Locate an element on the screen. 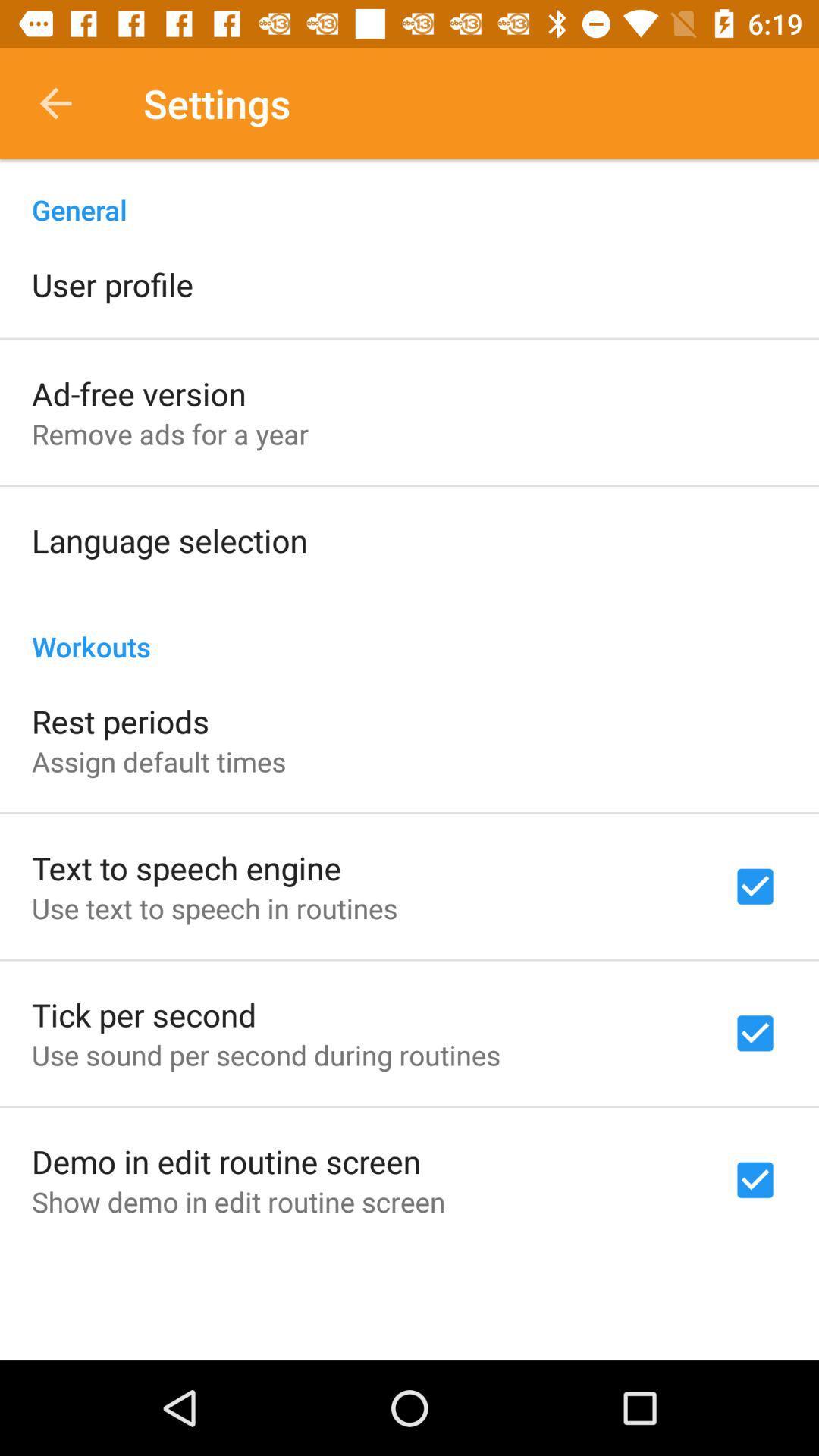  workouts icon is located at coordinates (409, 630).